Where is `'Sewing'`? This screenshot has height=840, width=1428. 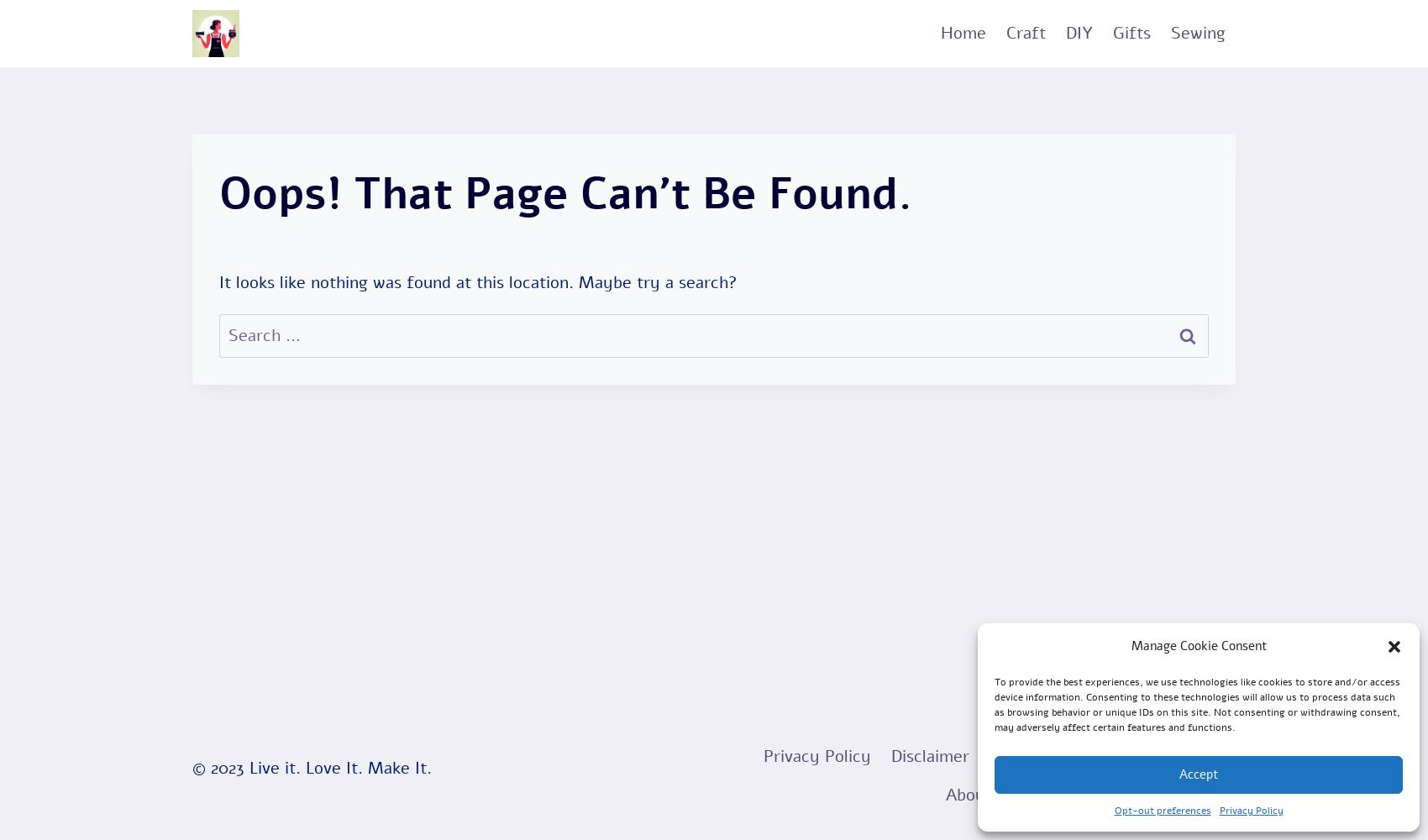 'Sewing' is located at coordinates (1170, 33).